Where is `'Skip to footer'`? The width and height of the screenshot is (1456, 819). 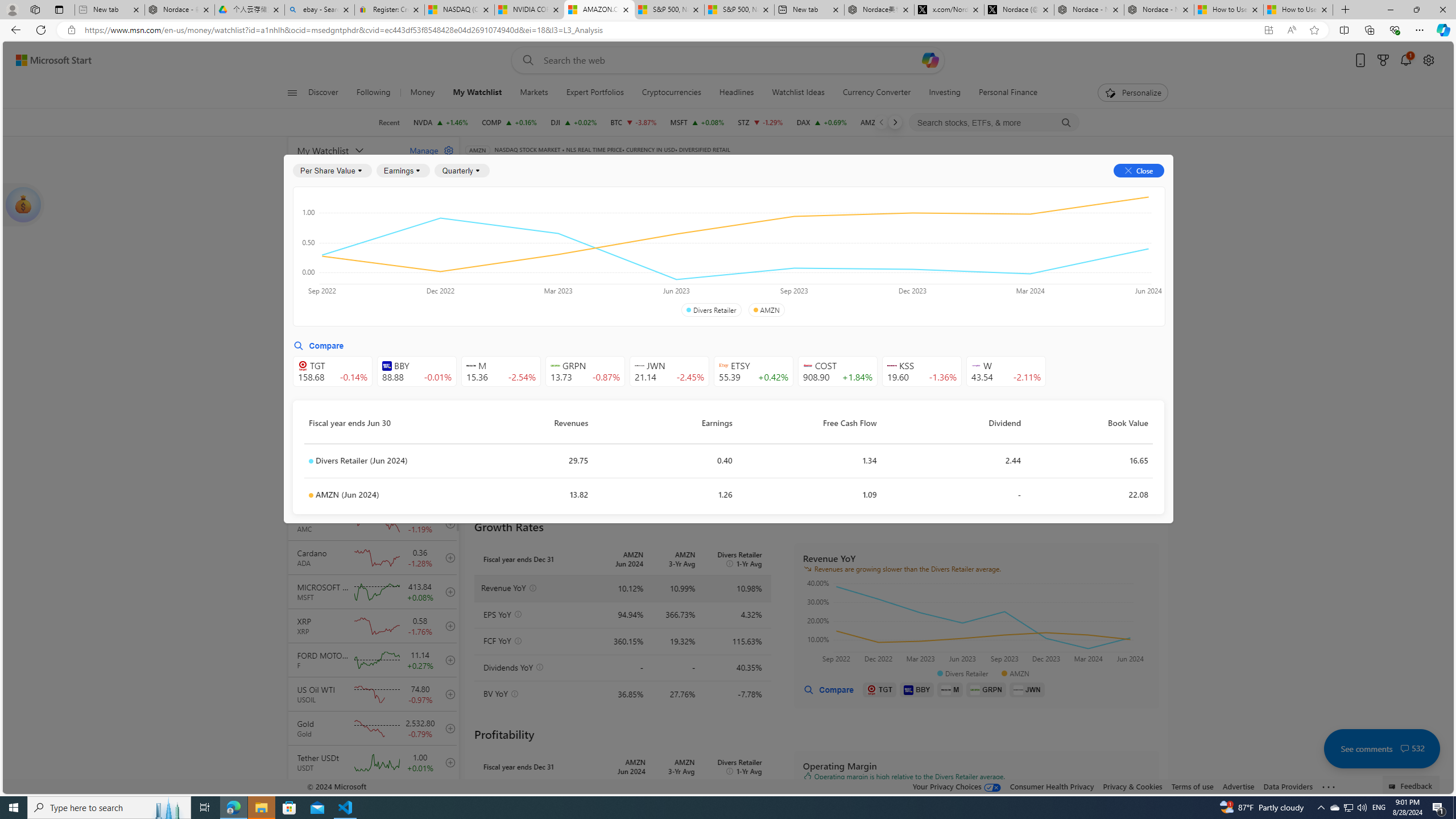 'Skip to footer' is located at coordinates (46, 59).